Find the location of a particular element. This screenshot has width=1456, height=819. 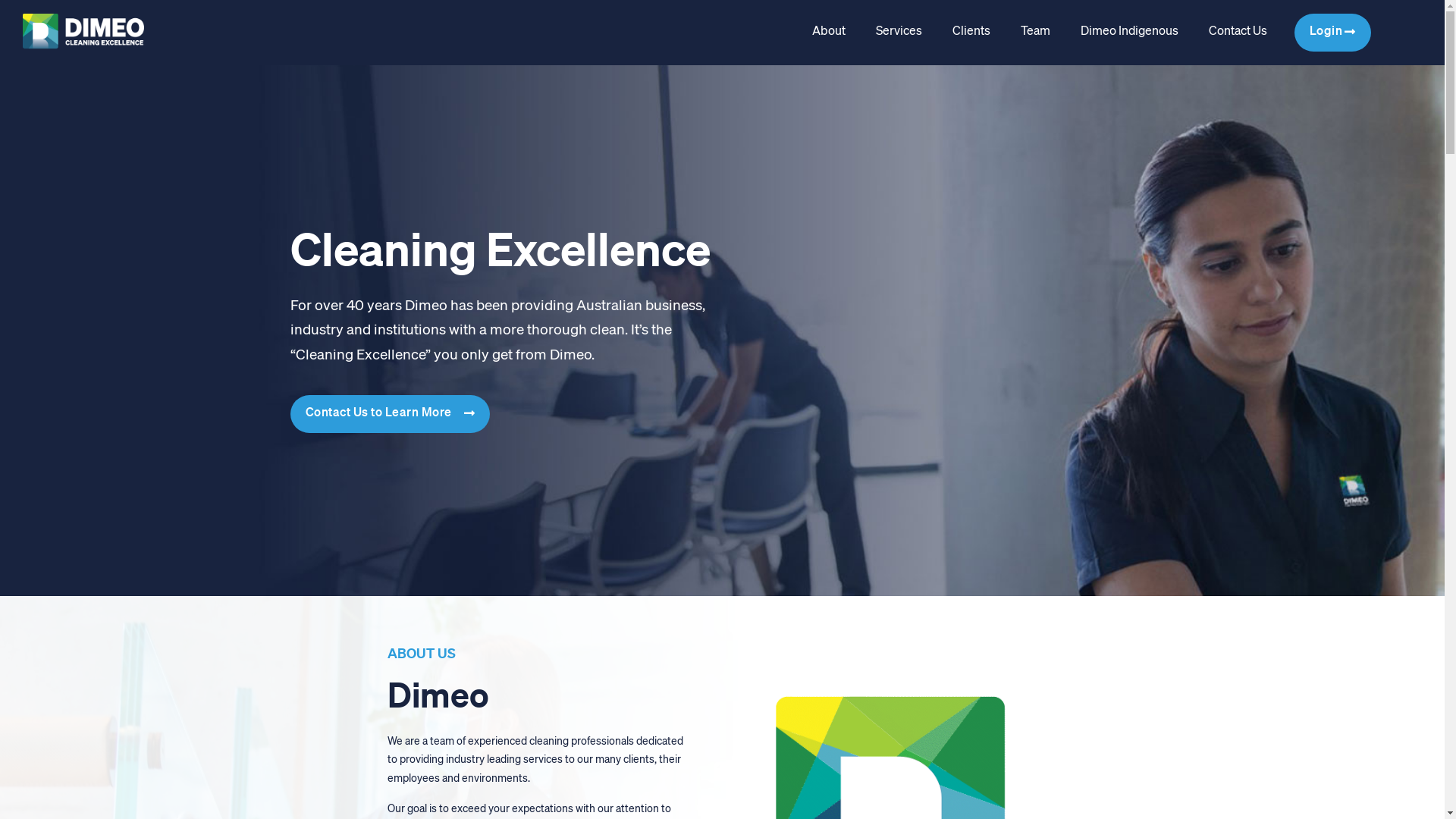

'Services' is located at coordinates (898, 32).